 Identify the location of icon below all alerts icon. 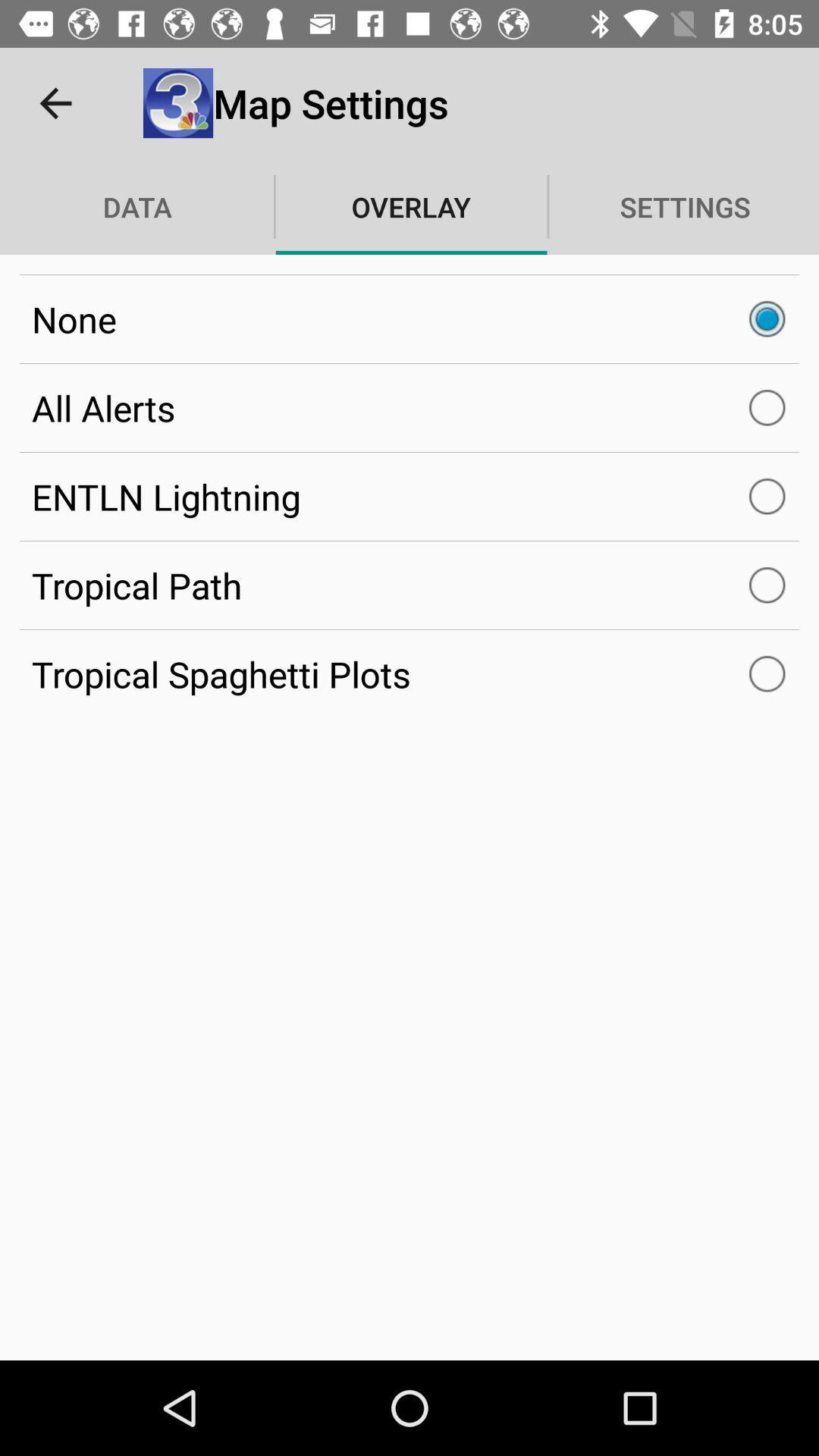
(409, 497).